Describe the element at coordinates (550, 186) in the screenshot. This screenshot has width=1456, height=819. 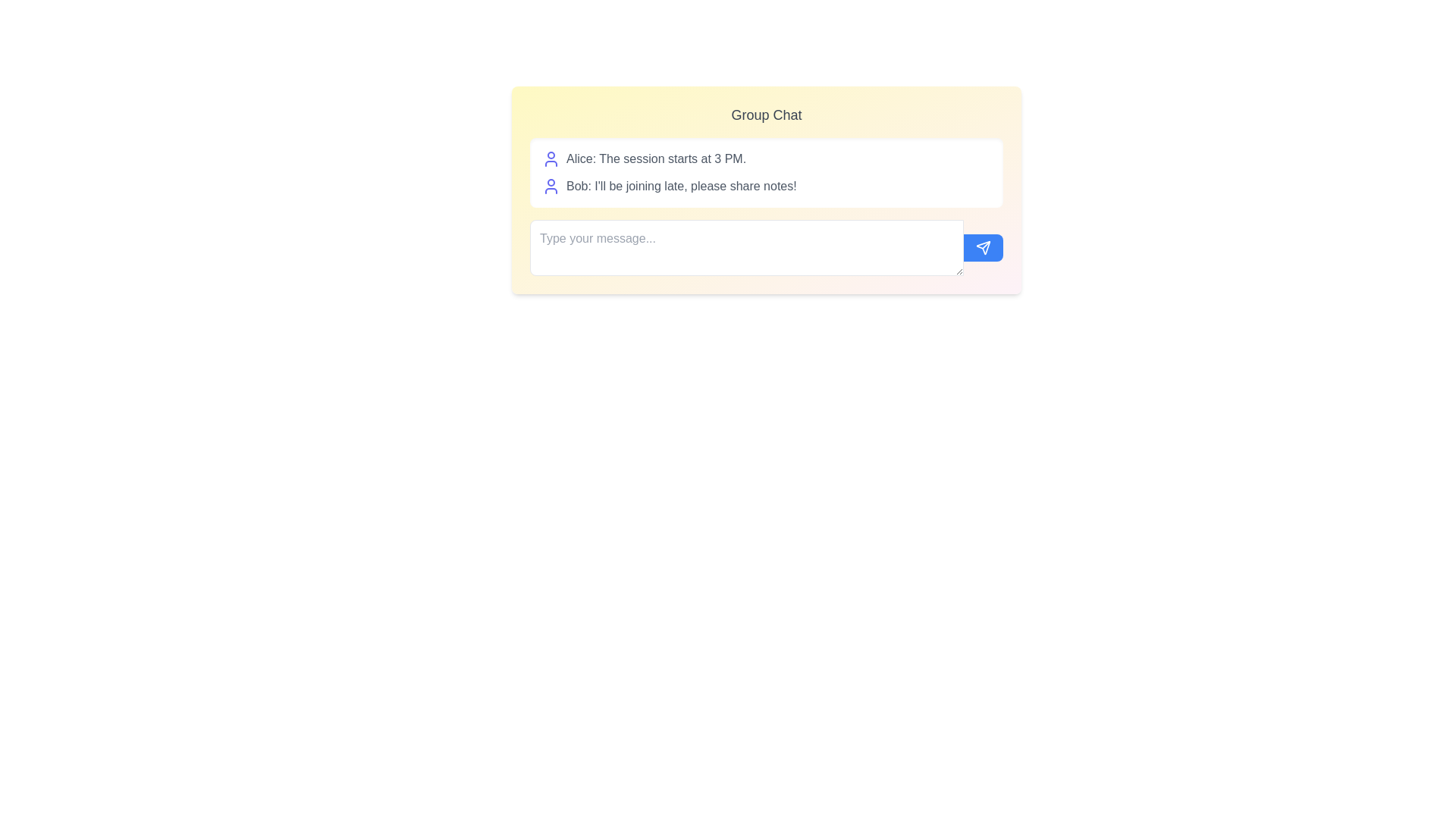
I see `the Avatar icon representing the user Bob, who sent the message about joining late` at that location.